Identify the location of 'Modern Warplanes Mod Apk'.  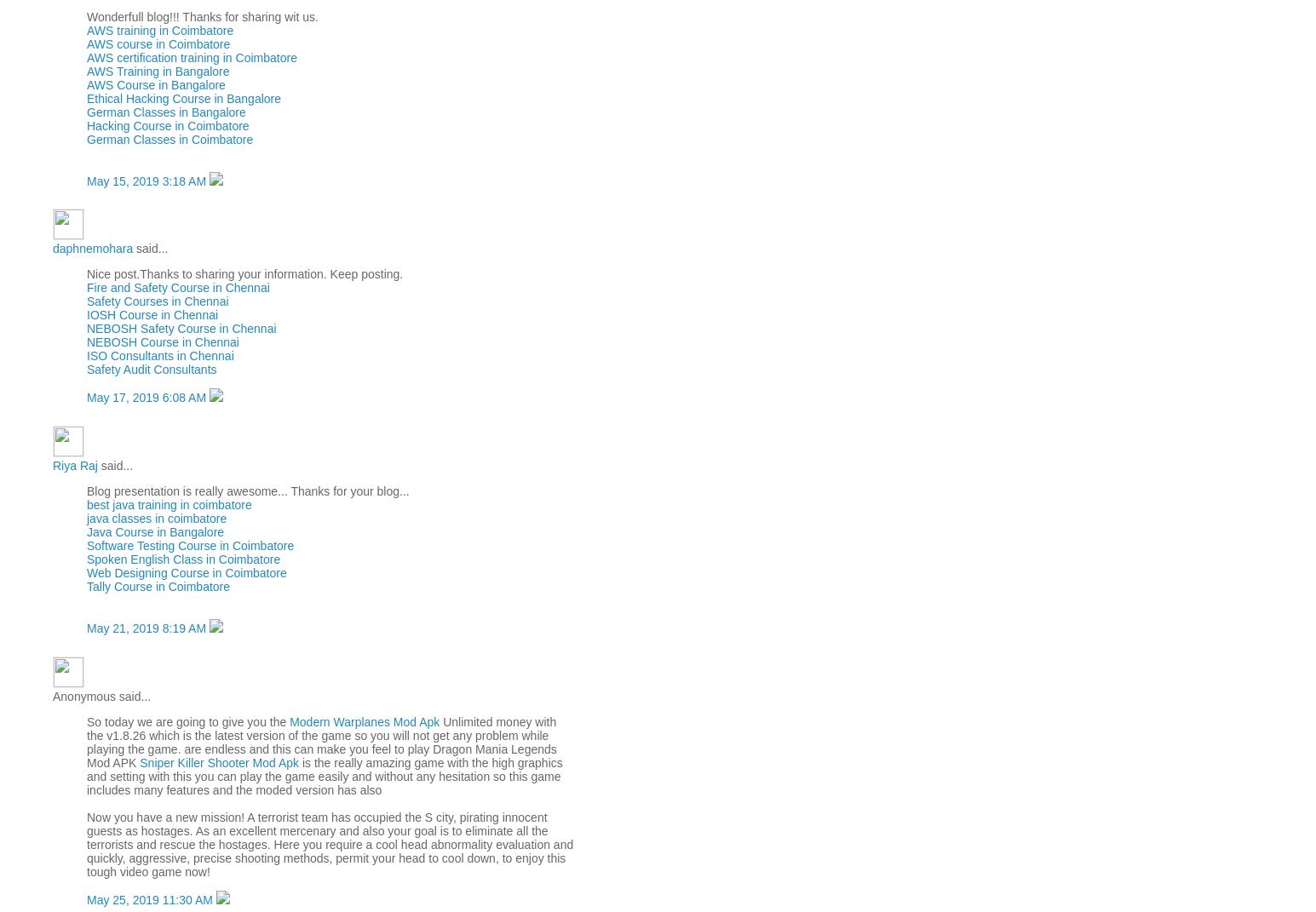
(365, 720).